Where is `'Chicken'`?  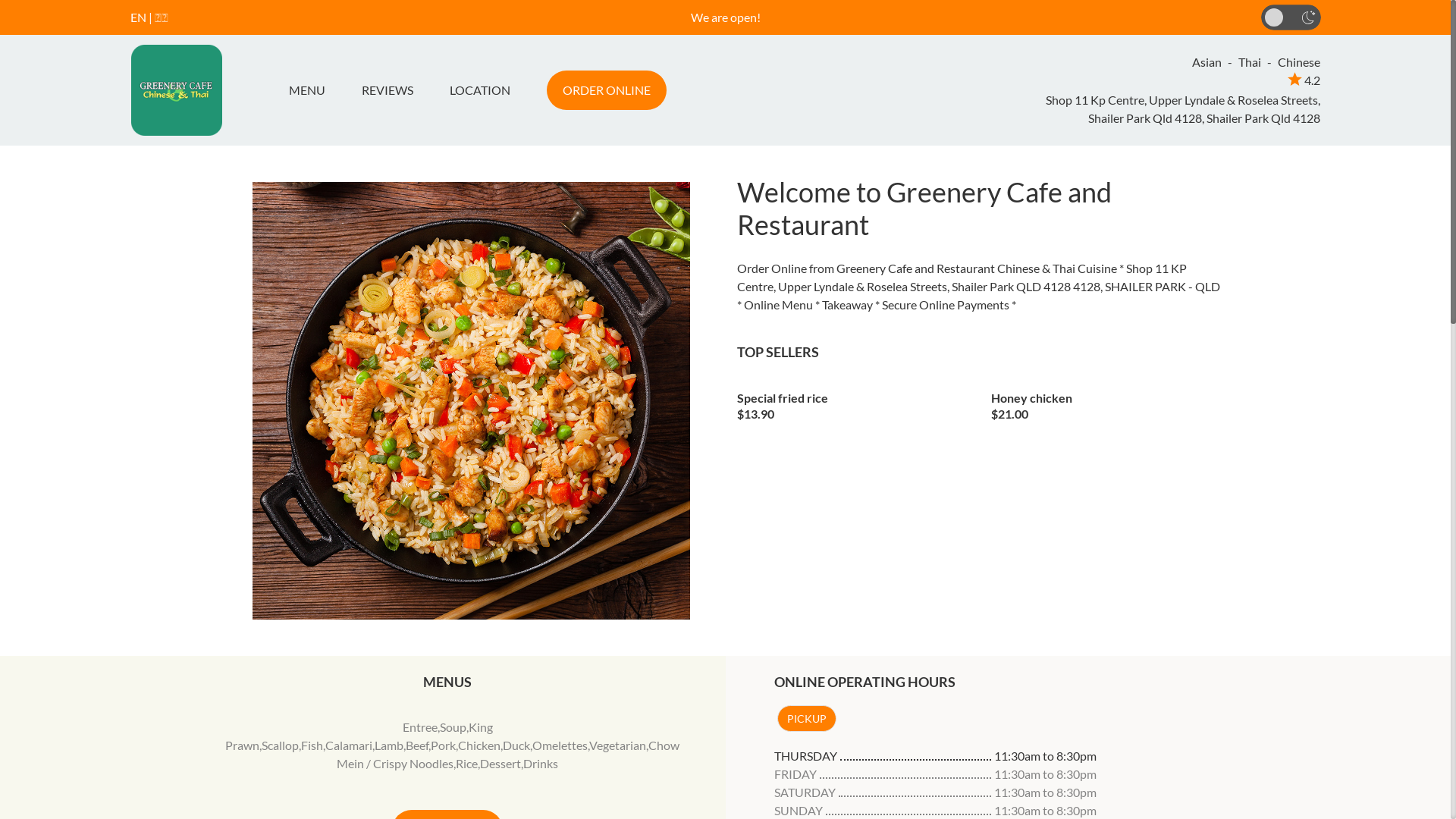
'Chicken' is located at coordinates (479, 744).